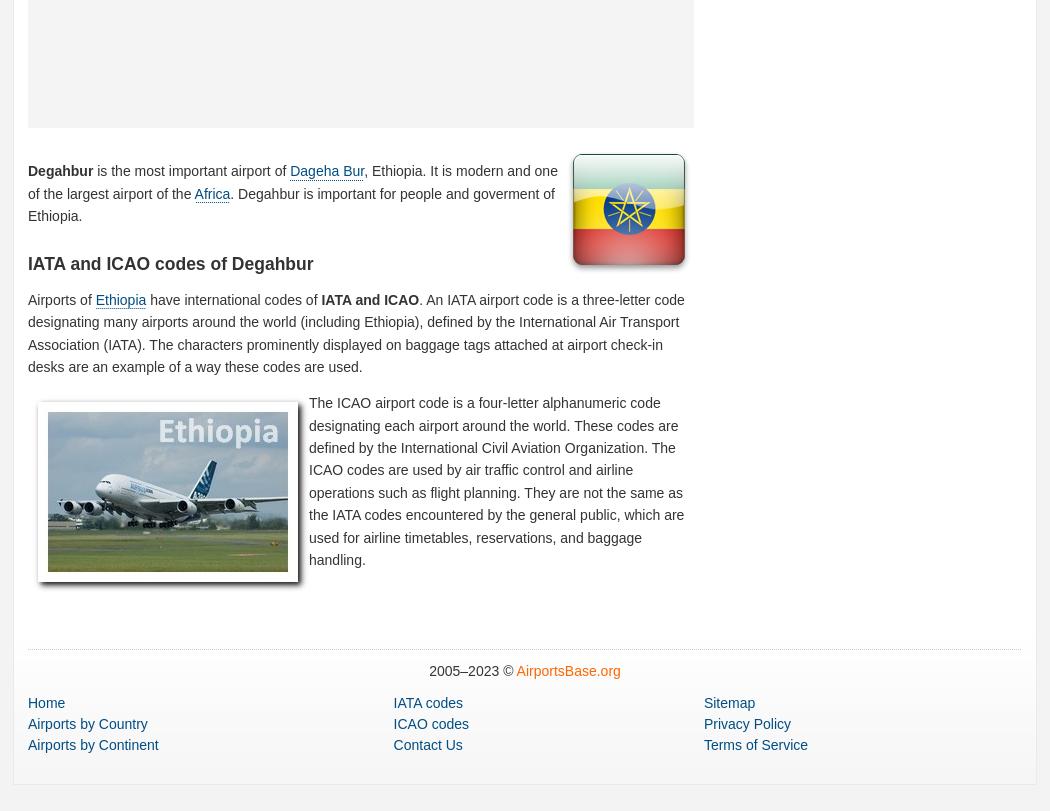  I want to click on 'Dageha Bur', so click(326, 171).